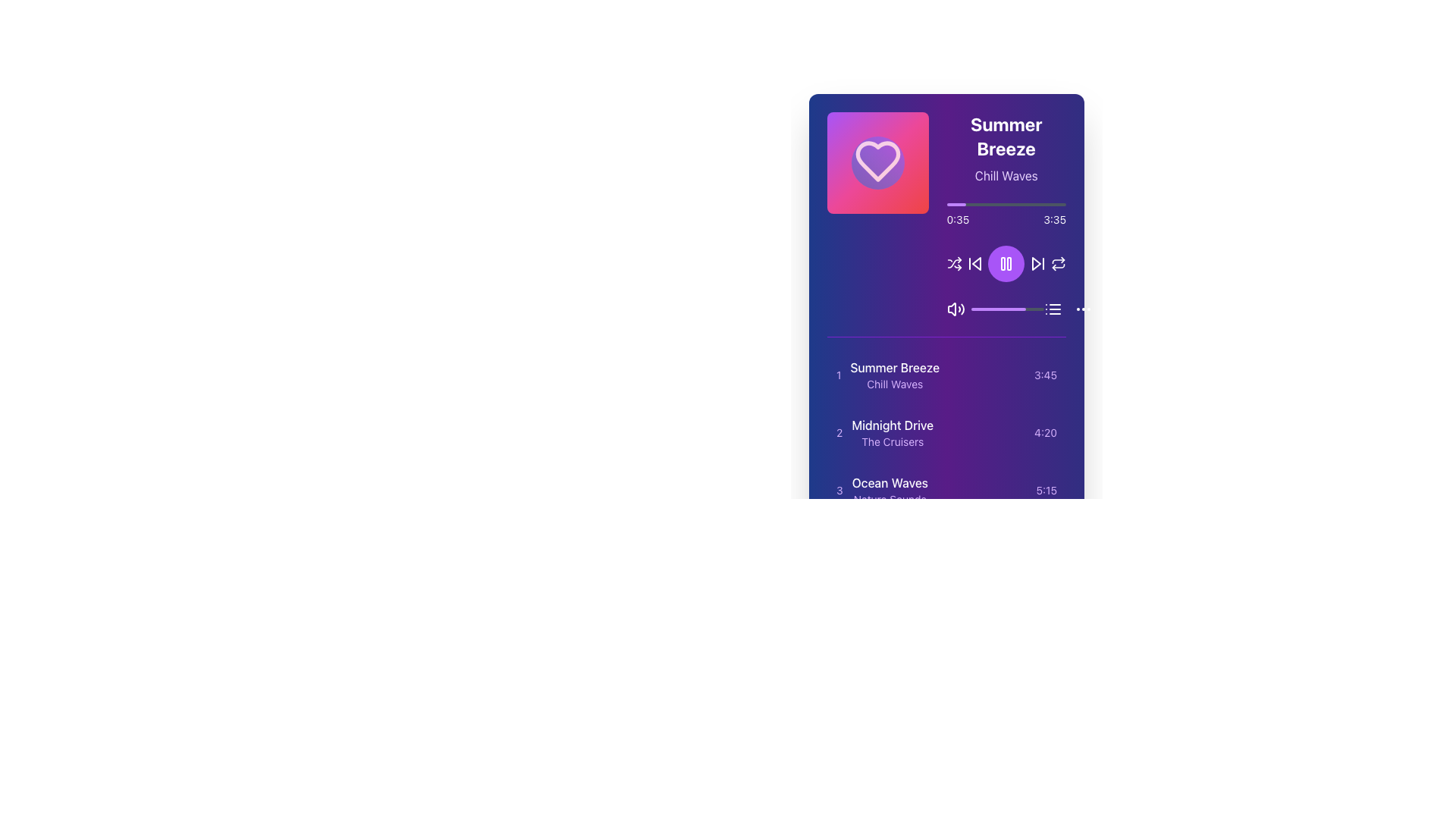 The image size is (1456, 819). Describe the element at coordinates (976, 262) in the screenshot. I see `the triangular arrow icon pointing to the left to skip media` at that location.